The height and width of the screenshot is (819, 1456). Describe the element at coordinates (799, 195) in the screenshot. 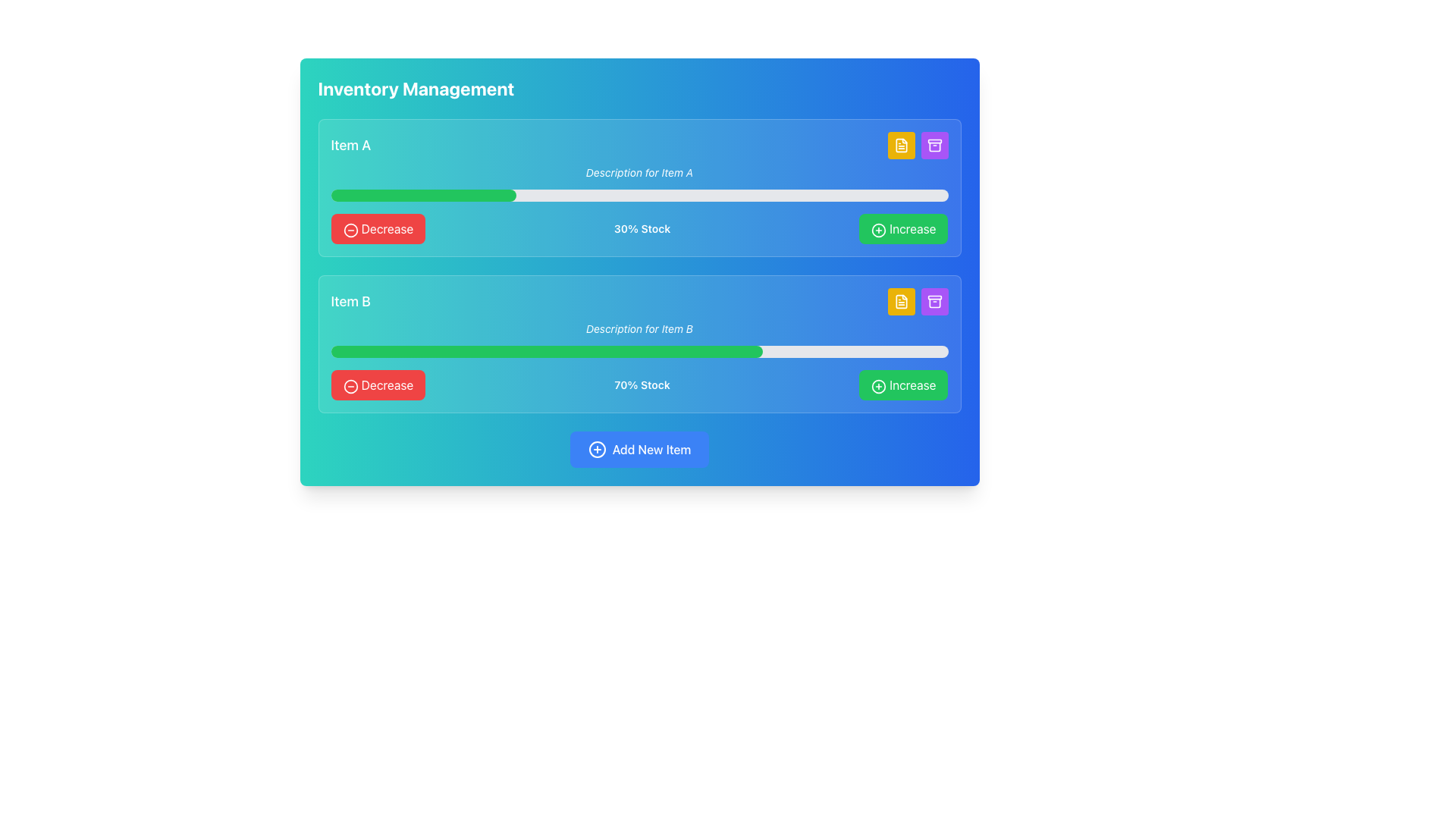

I see `the stock level` at that location.